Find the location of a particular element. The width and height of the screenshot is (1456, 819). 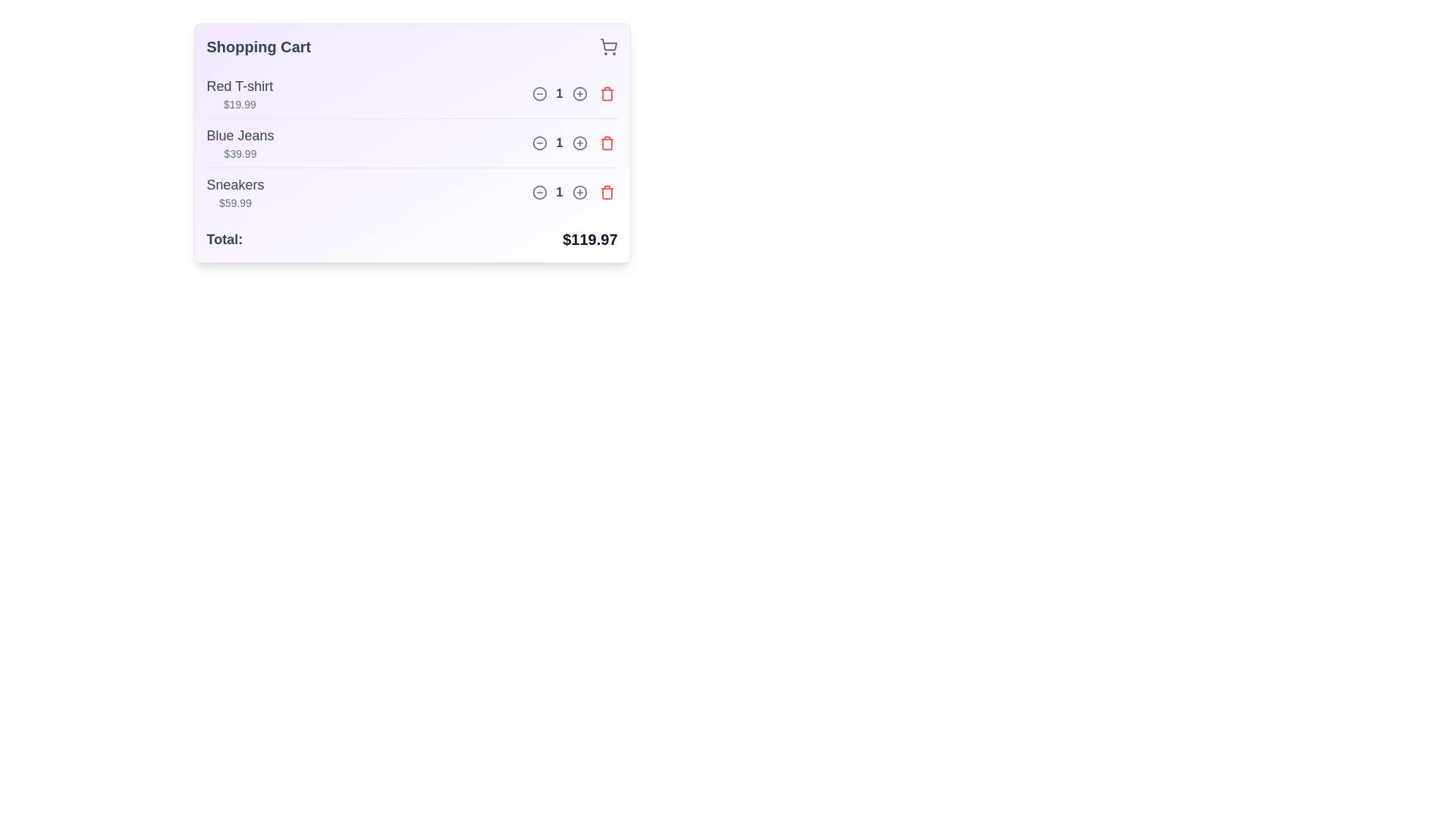

the trash can icon button located in the bottom-right corner of the shopping cart list next to the 'Sneakers' item is located at coordinates (607, 192).